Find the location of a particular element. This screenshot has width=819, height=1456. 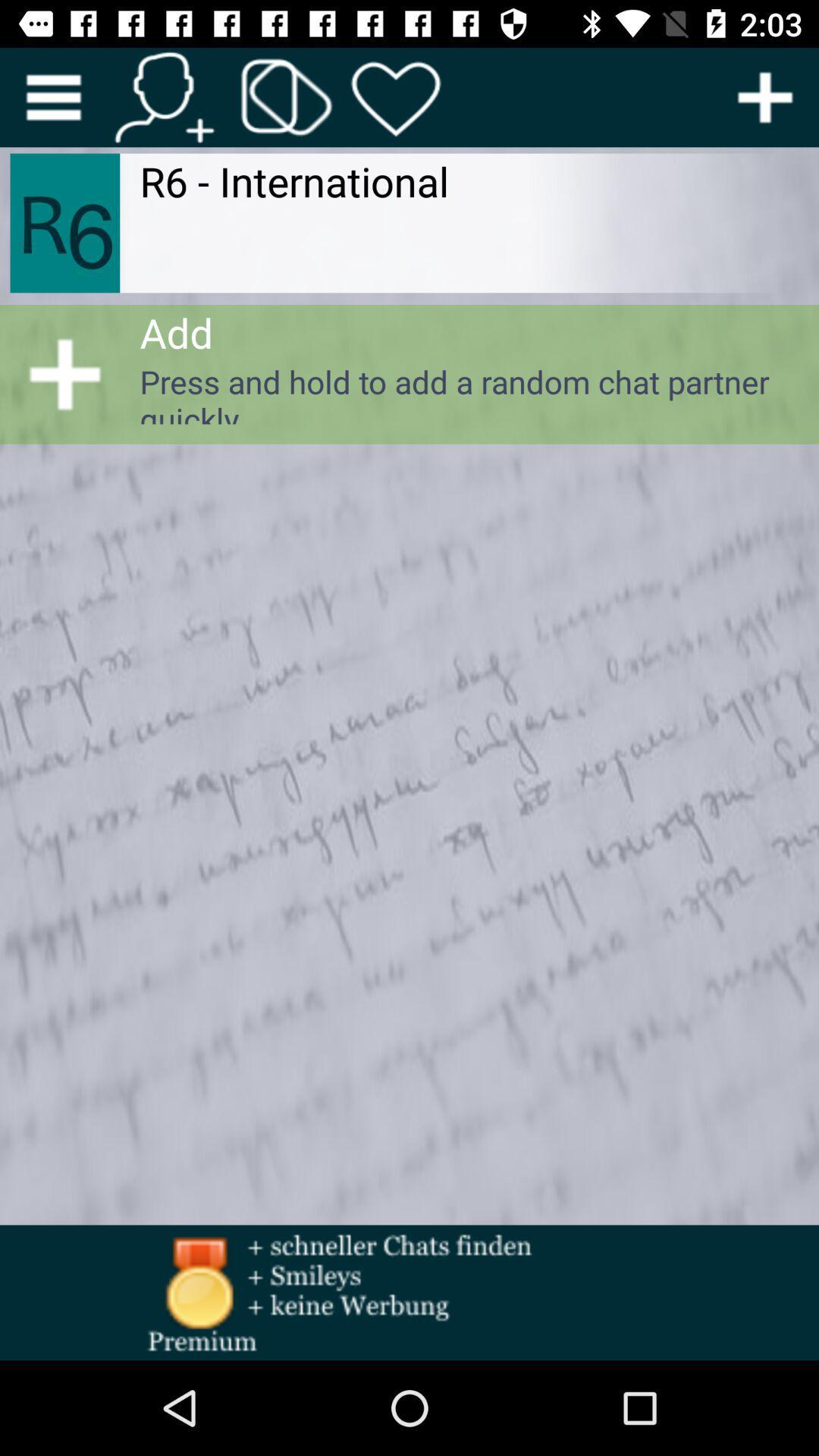

chat partner is located at coordinates (765, 96).